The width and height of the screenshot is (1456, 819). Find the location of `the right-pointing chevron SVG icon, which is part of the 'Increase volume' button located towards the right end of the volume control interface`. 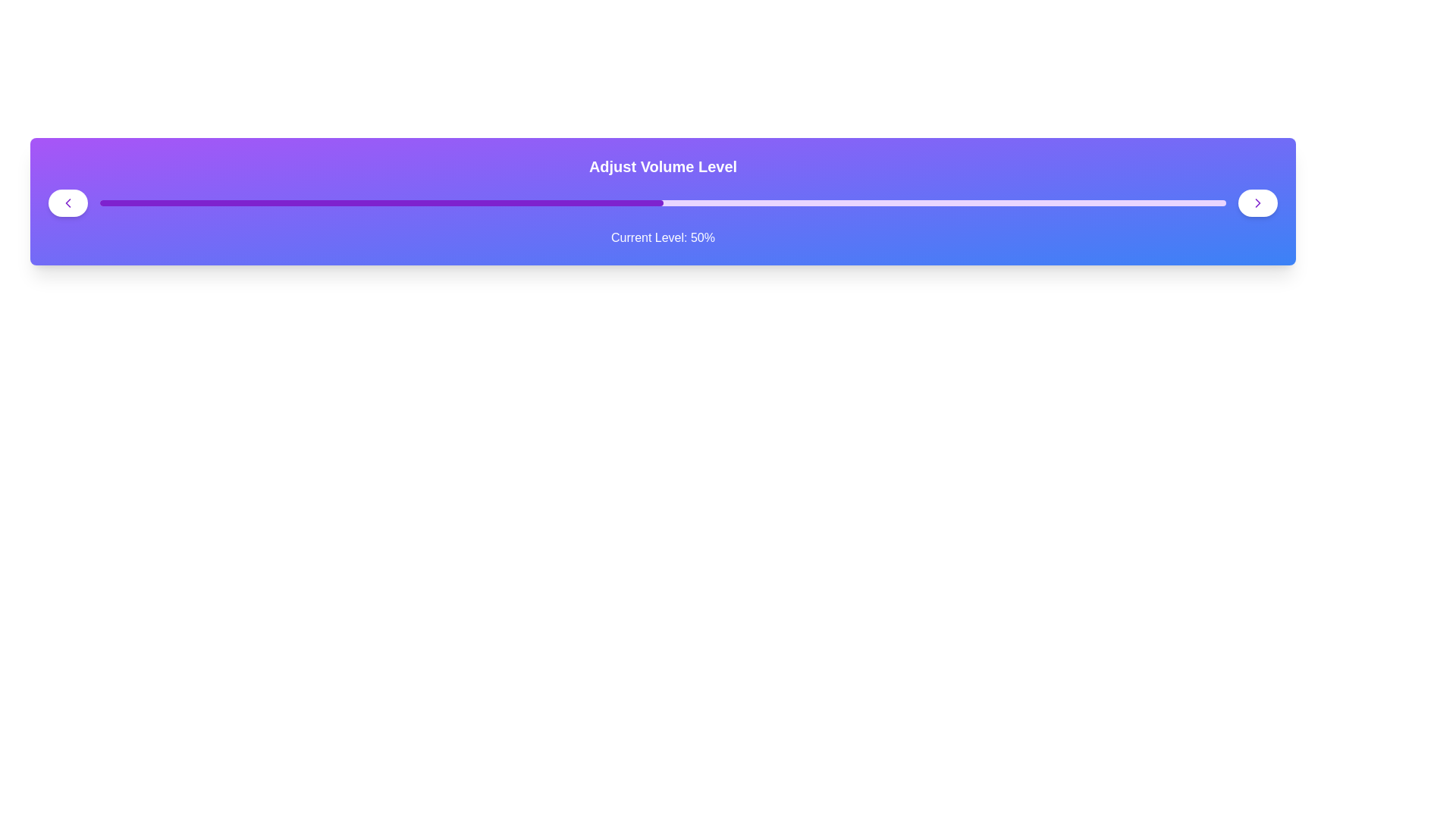

the right-pointing chevron SVG icon, which is part of the 'Increase volume' button located towards the right end of the volume control interface is located at coordinates (1258, 202).